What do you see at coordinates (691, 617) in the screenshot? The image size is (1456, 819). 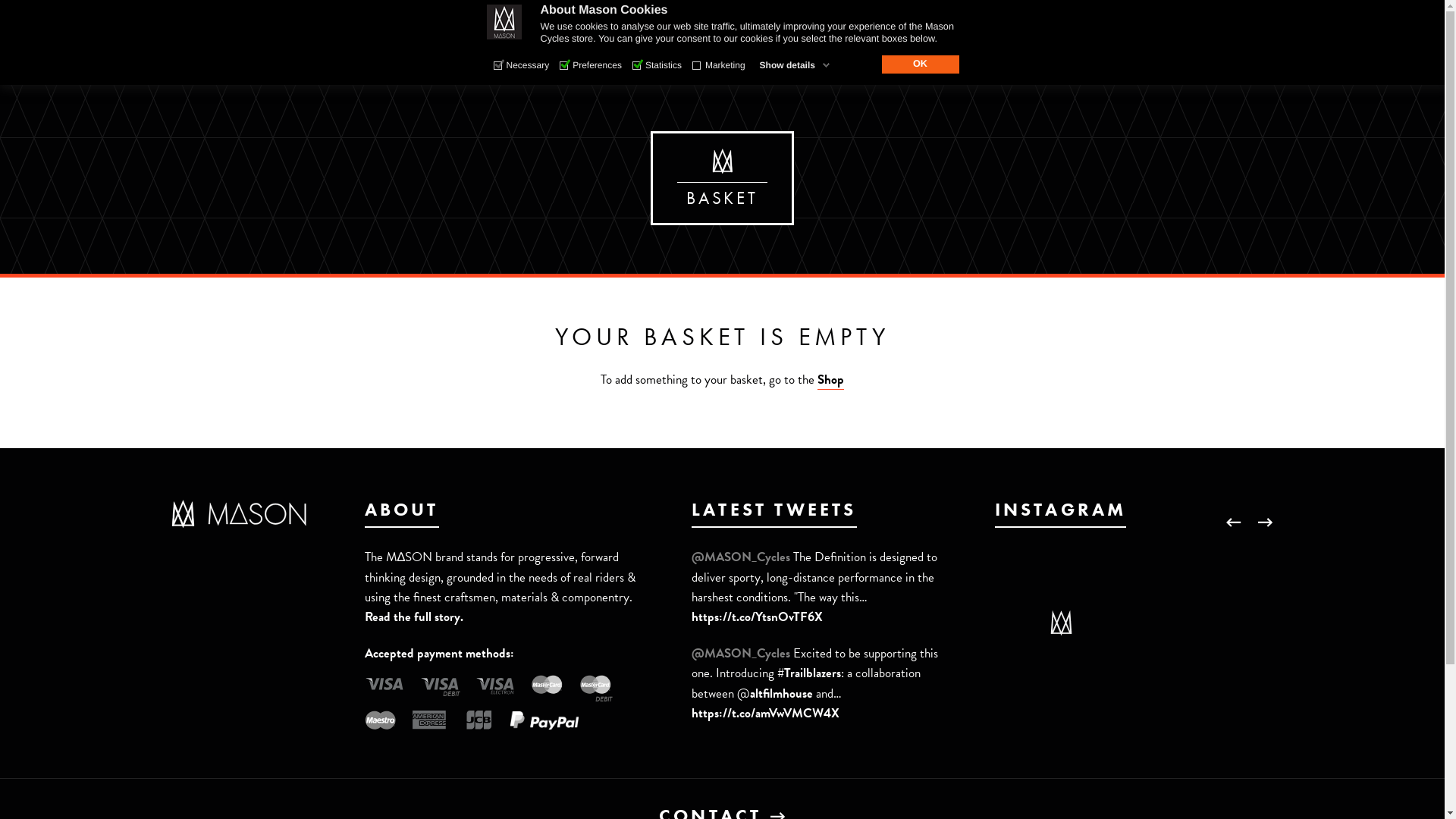 I see `'https://t.co/YtsnOvTF6X'` at bounding box center [691, 617].